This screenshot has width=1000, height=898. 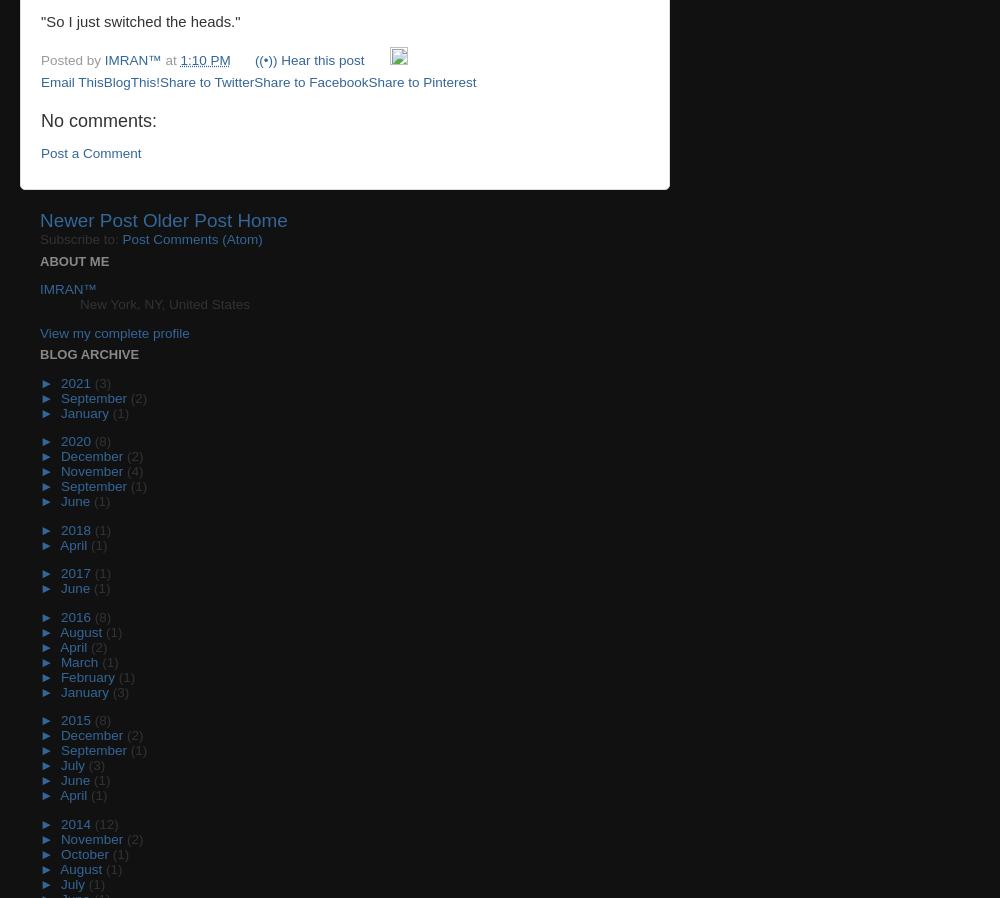 I want to click on 'Blog Archive', so click(x=40, y=354).